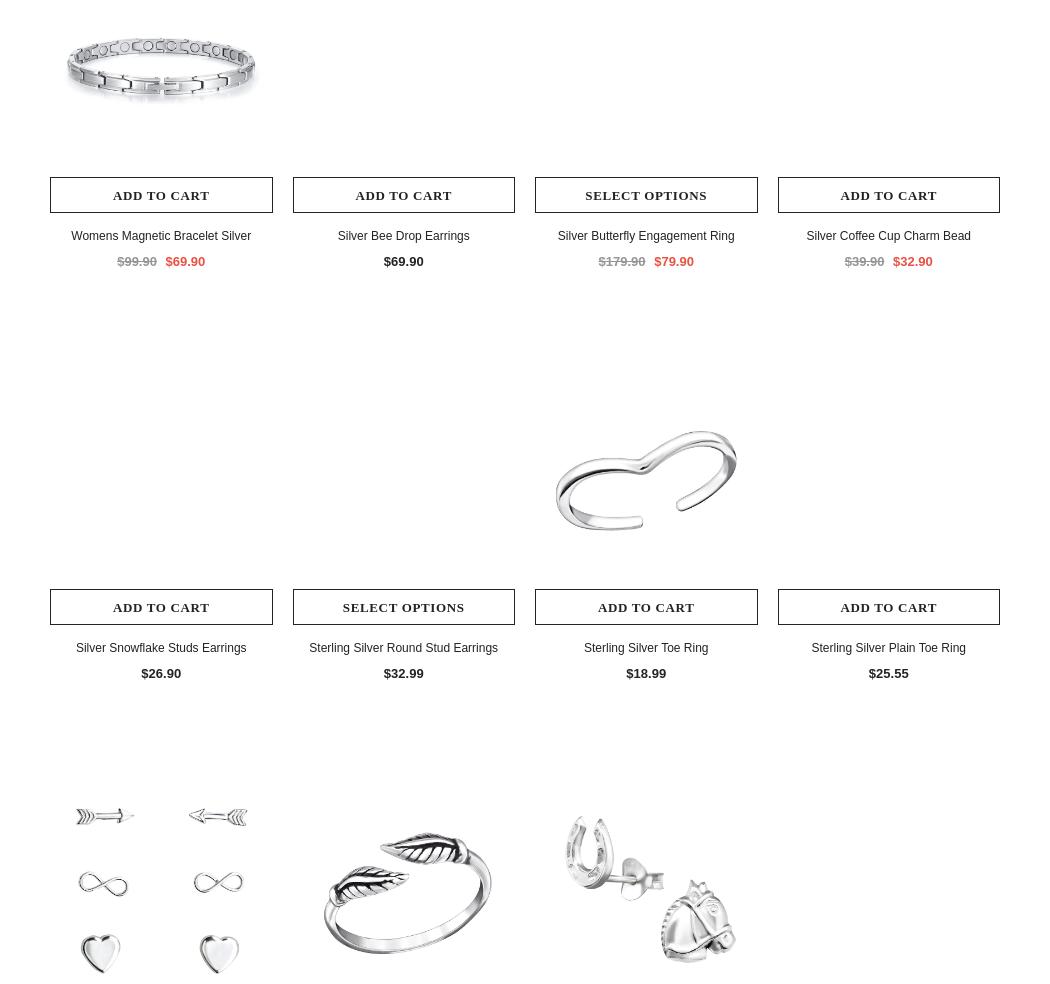 The image size is (1050, 984). What do you see at coordinates (843, 259) in the screenshot?
I see `'$39.90'` at bounding box center [843, 259].